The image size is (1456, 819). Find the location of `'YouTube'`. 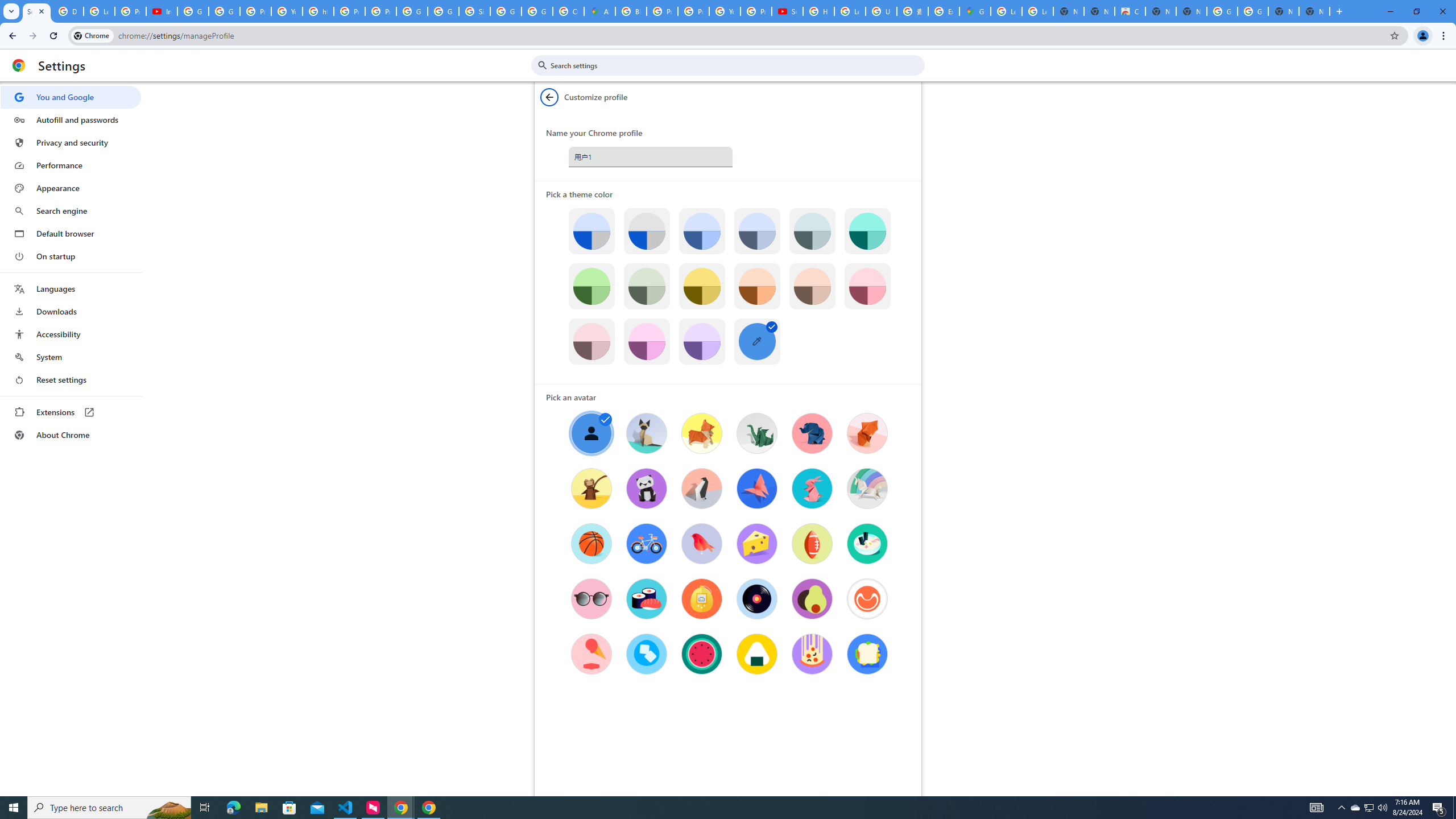

'YouTube' is located at coordinates (724, 11).